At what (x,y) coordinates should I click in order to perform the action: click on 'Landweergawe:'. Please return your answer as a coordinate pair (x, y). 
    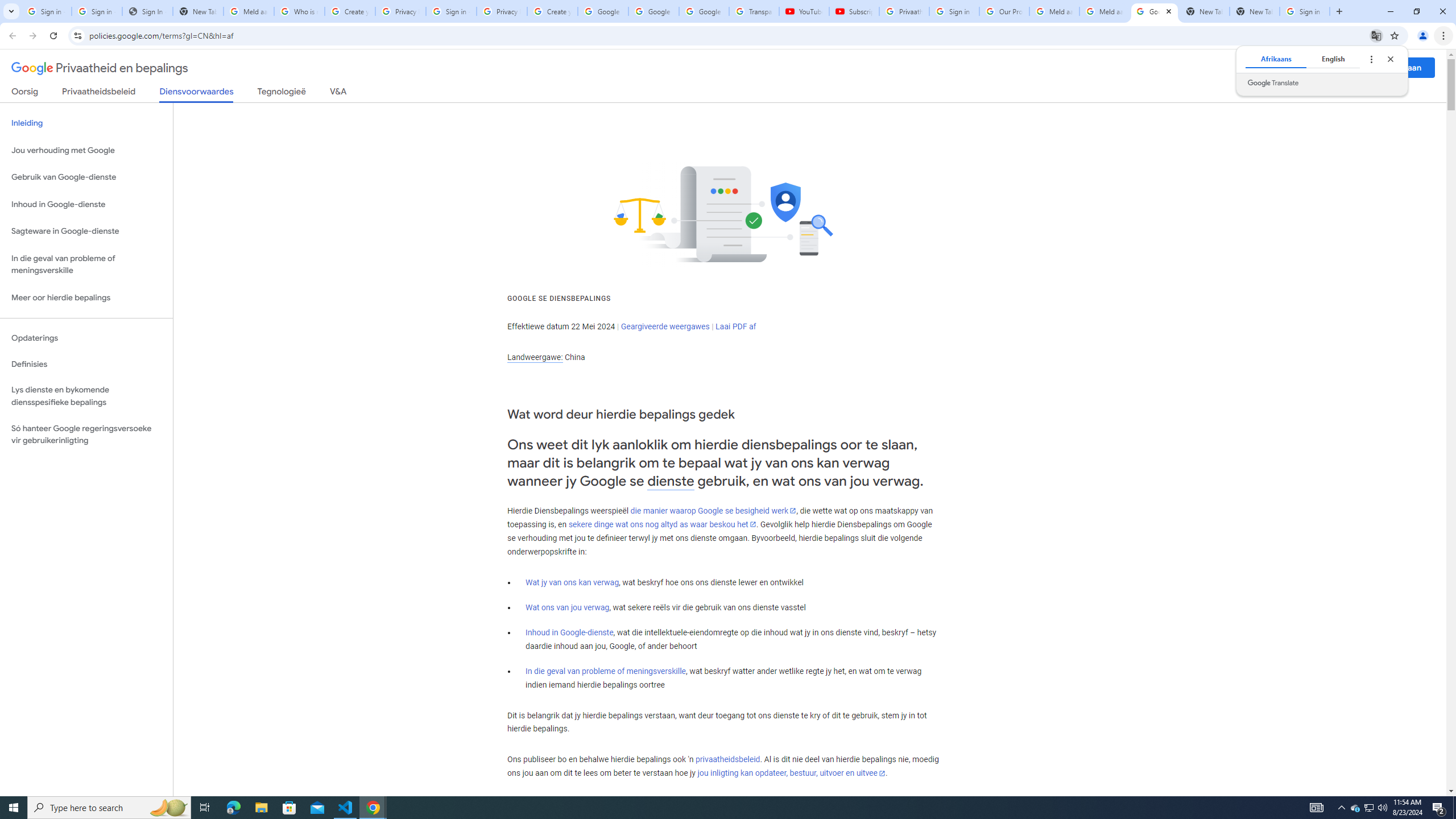
    Looking at the image, I should click on (534, 357).